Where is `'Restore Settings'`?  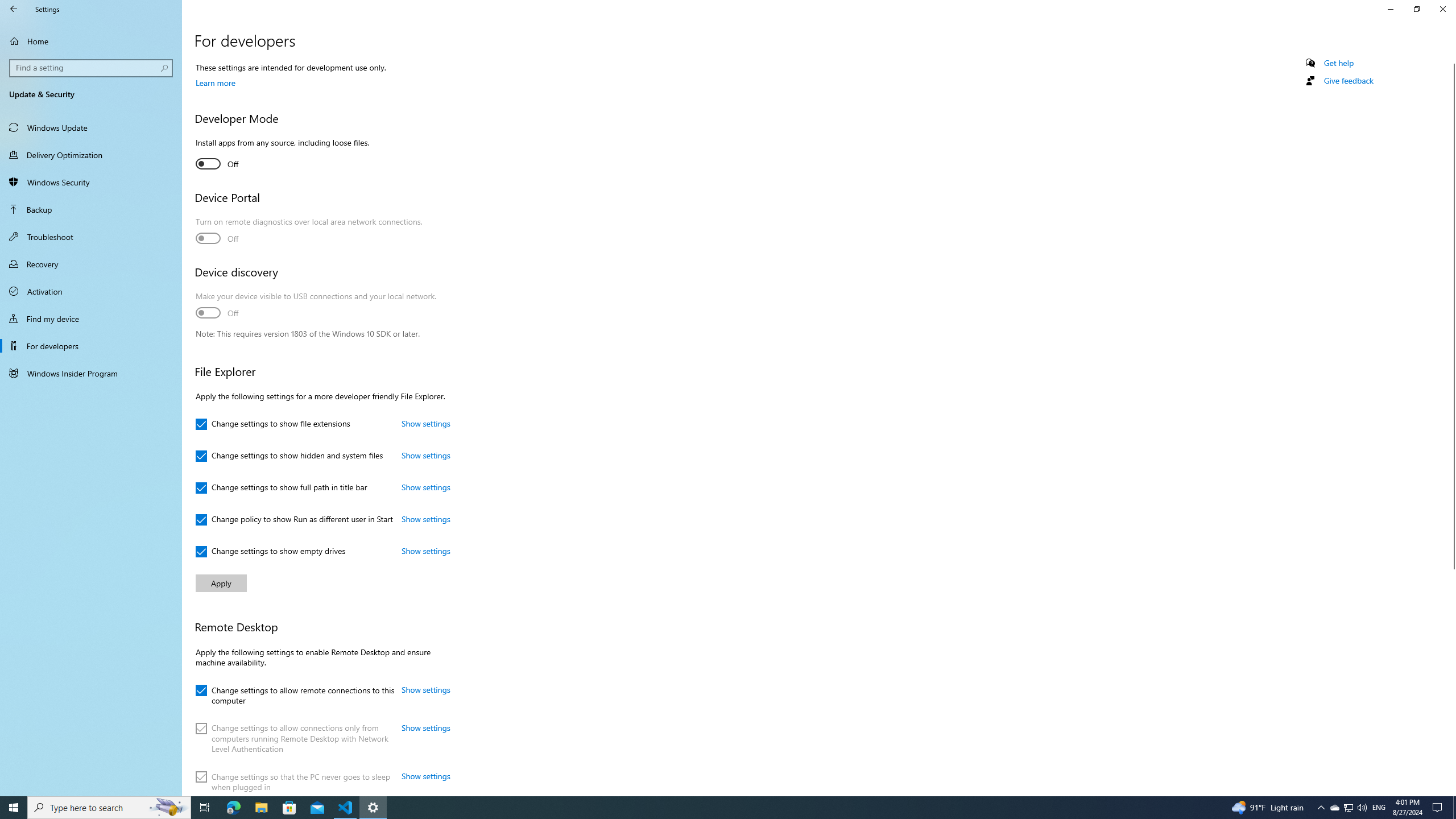 'Restore Settings' is located at coordinates (1416, 9).